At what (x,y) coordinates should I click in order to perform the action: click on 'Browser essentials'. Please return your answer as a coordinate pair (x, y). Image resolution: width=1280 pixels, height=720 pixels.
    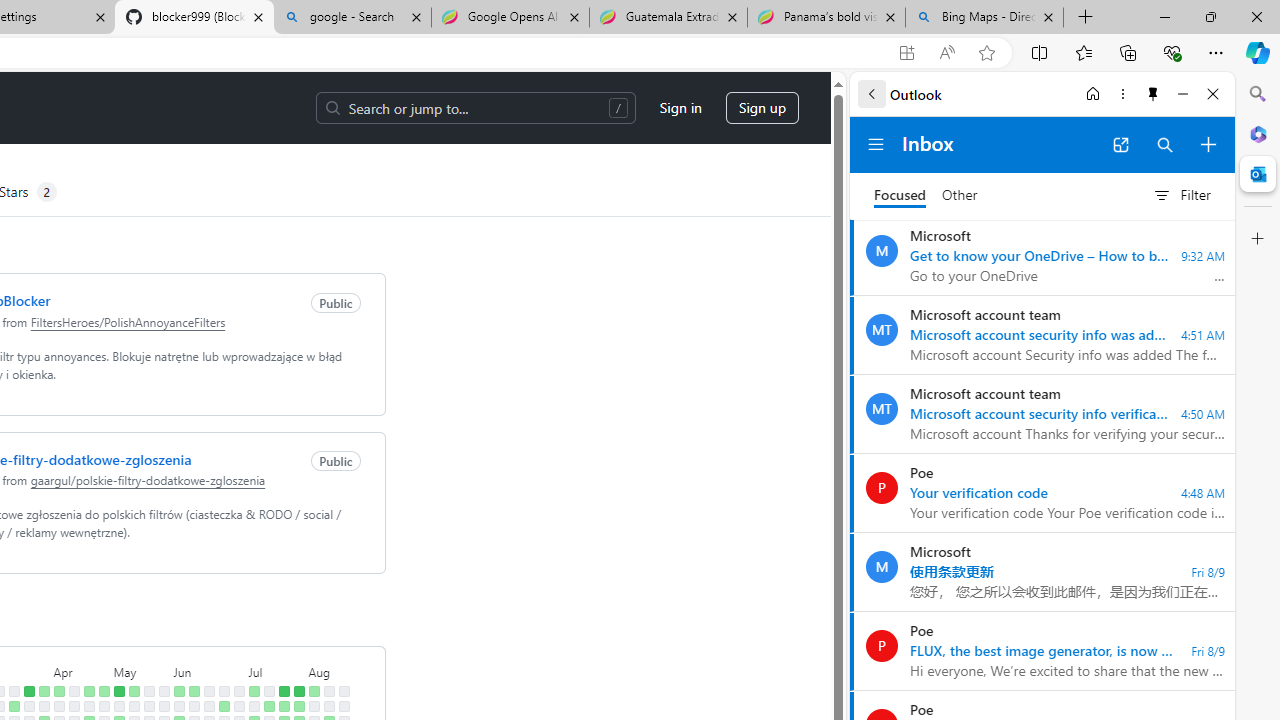
    Looking at the image, I should click on (1171, 51).